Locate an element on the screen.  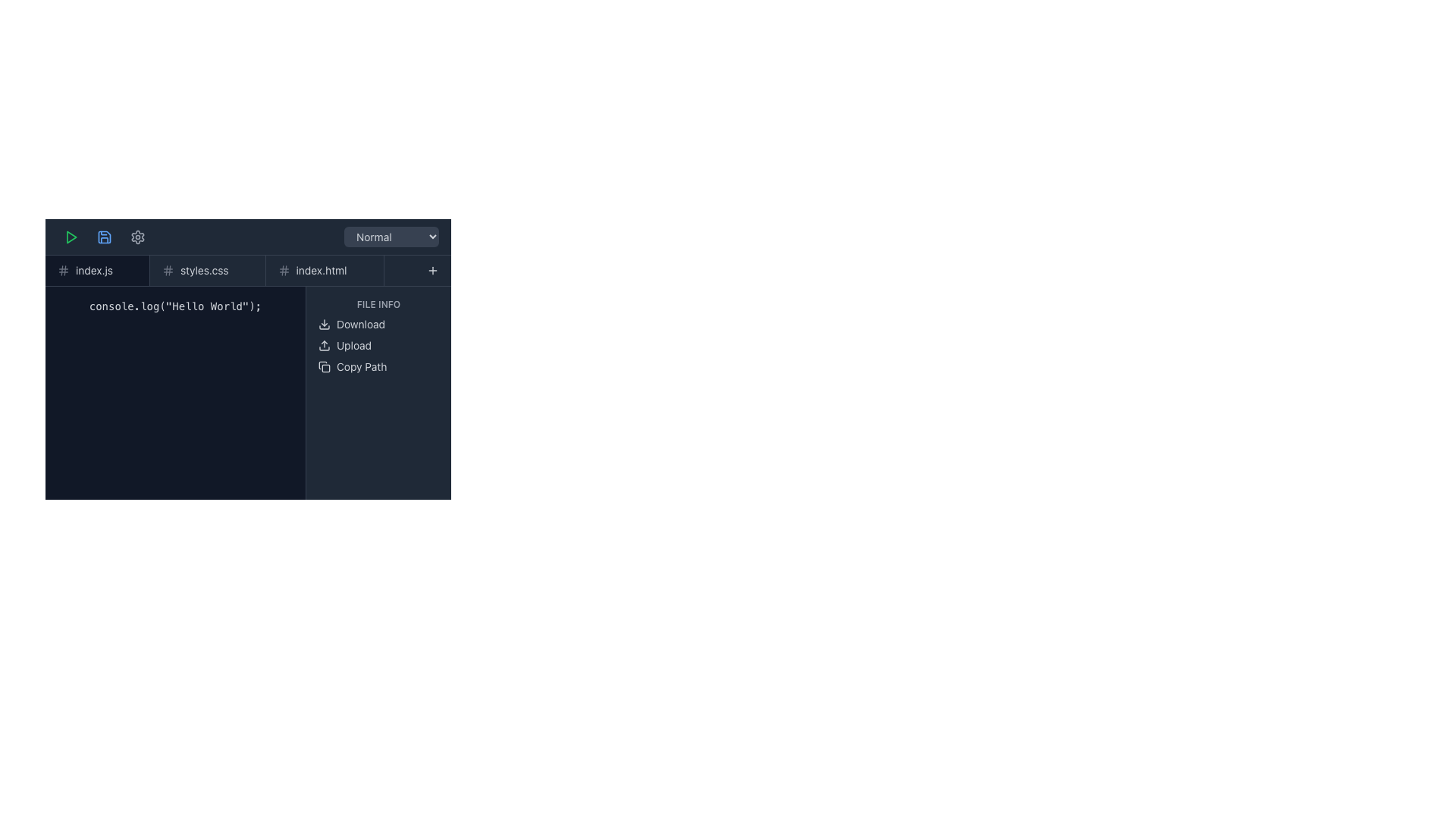
the rightmost vertical line of the hash icon located in the left section of the toolbar is located at coordinates (64, 270).